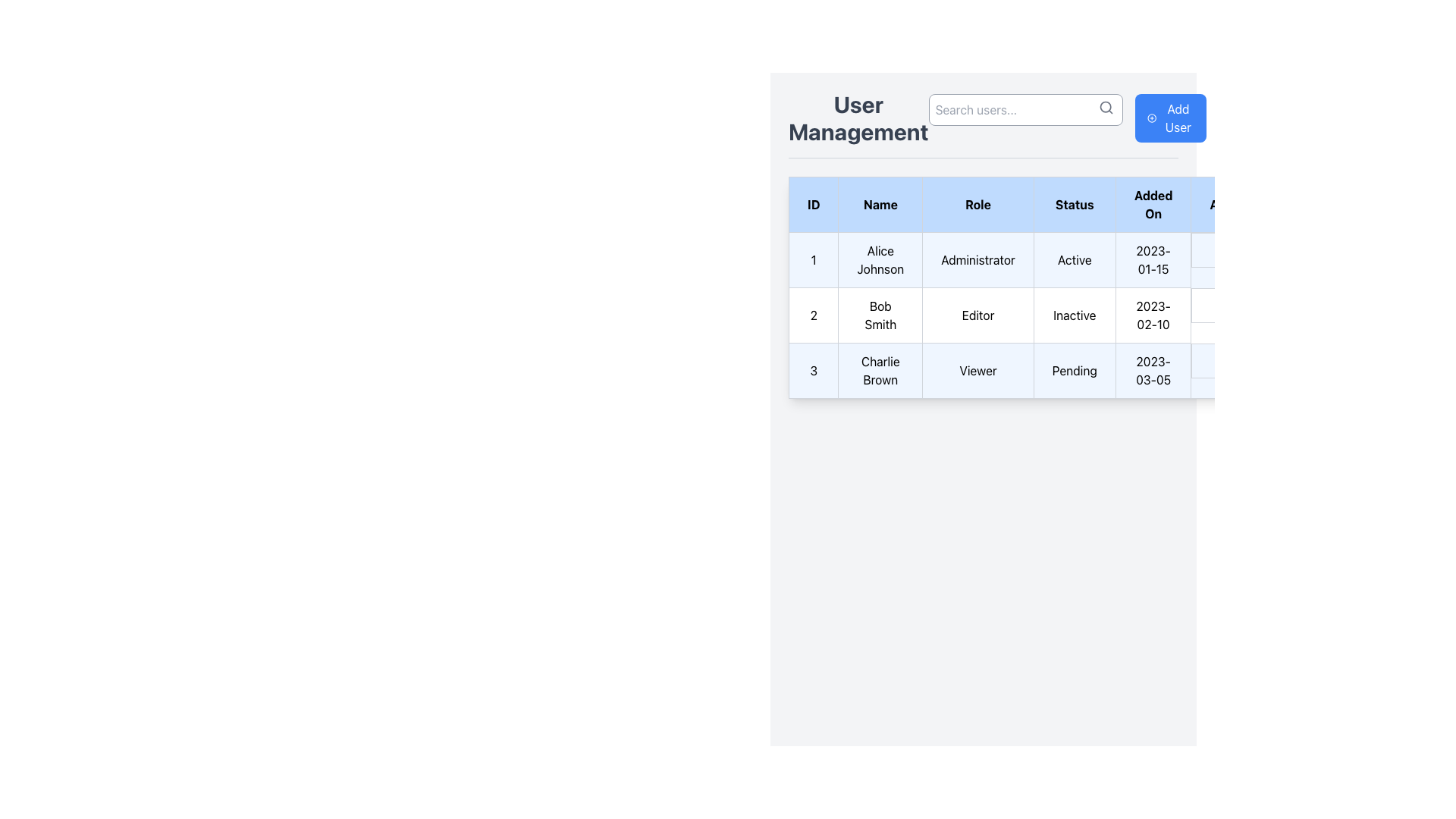 This screenshot has height=819, width=1456. I want to click on the text input field located in the top-right section of the User Management area to focus and start typing a query, so click(1066, 117).